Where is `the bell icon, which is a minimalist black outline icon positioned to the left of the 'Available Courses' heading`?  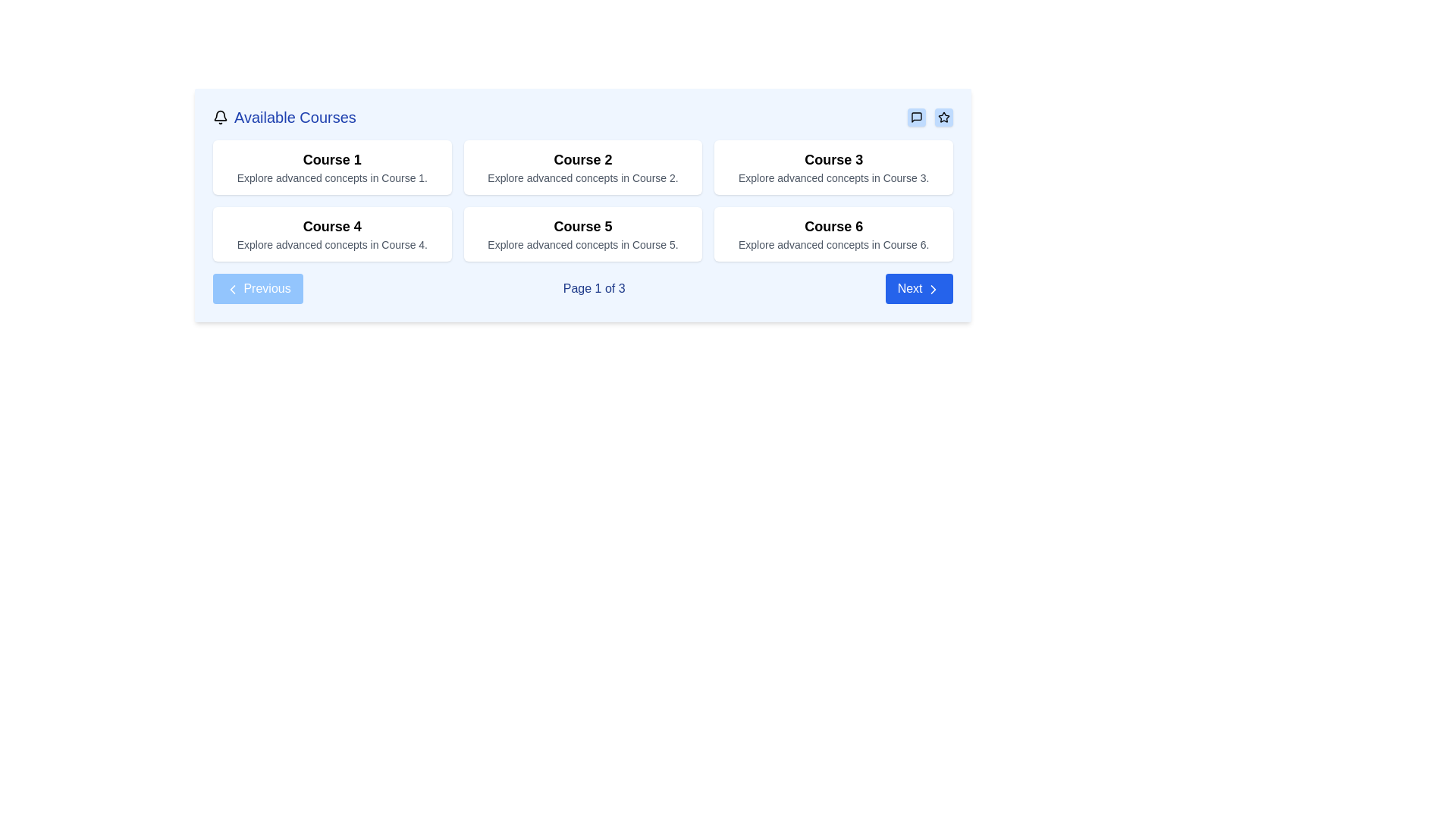
the bell icon, which is a minimalist black outline icon positioned to the left of the 'Available Courses' heading is located at coordinates (220, 116).